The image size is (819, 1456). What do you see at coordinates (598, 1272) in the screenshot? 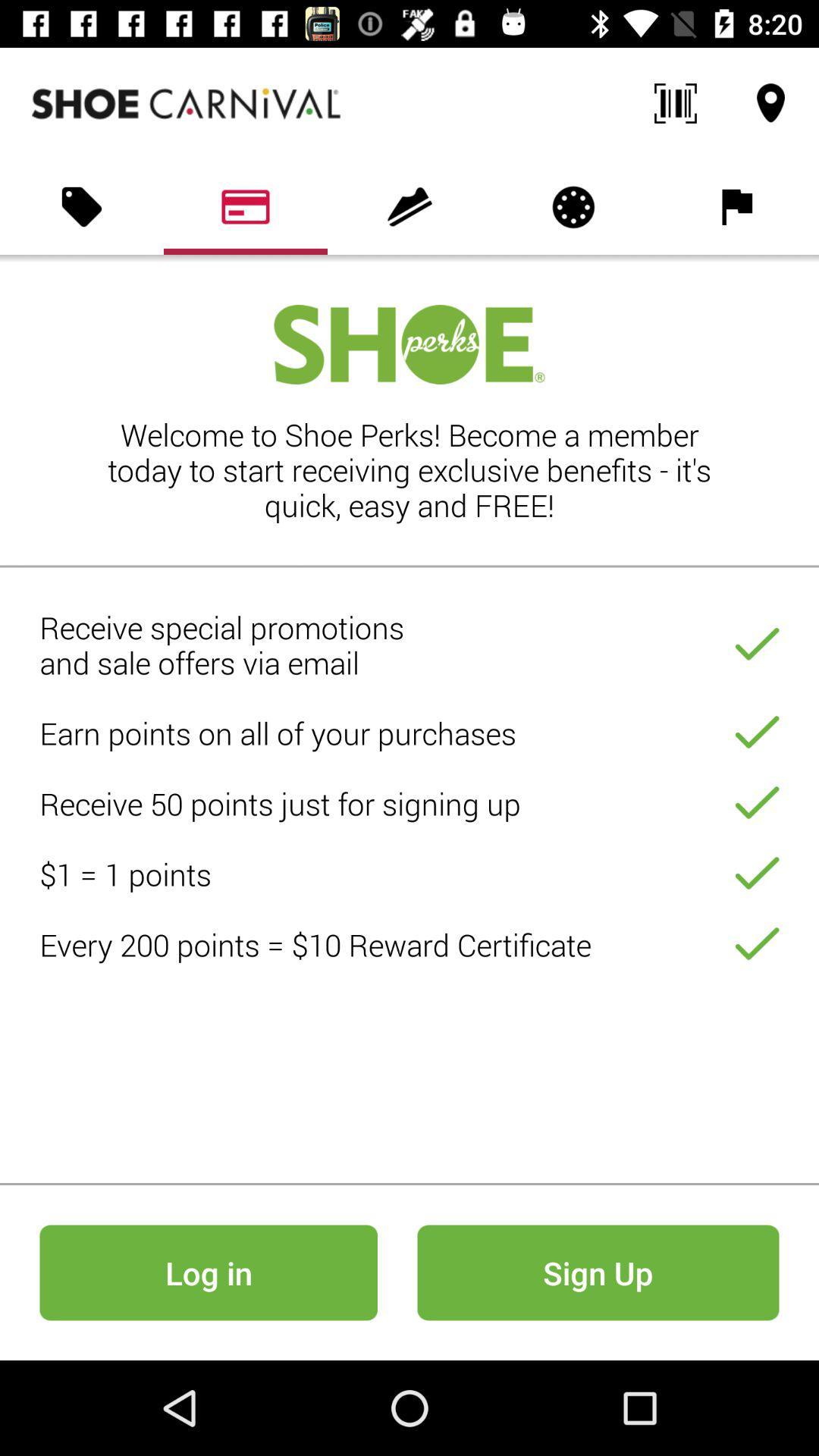
I see `item next to the log in item` at bounding box center [598, 1272].